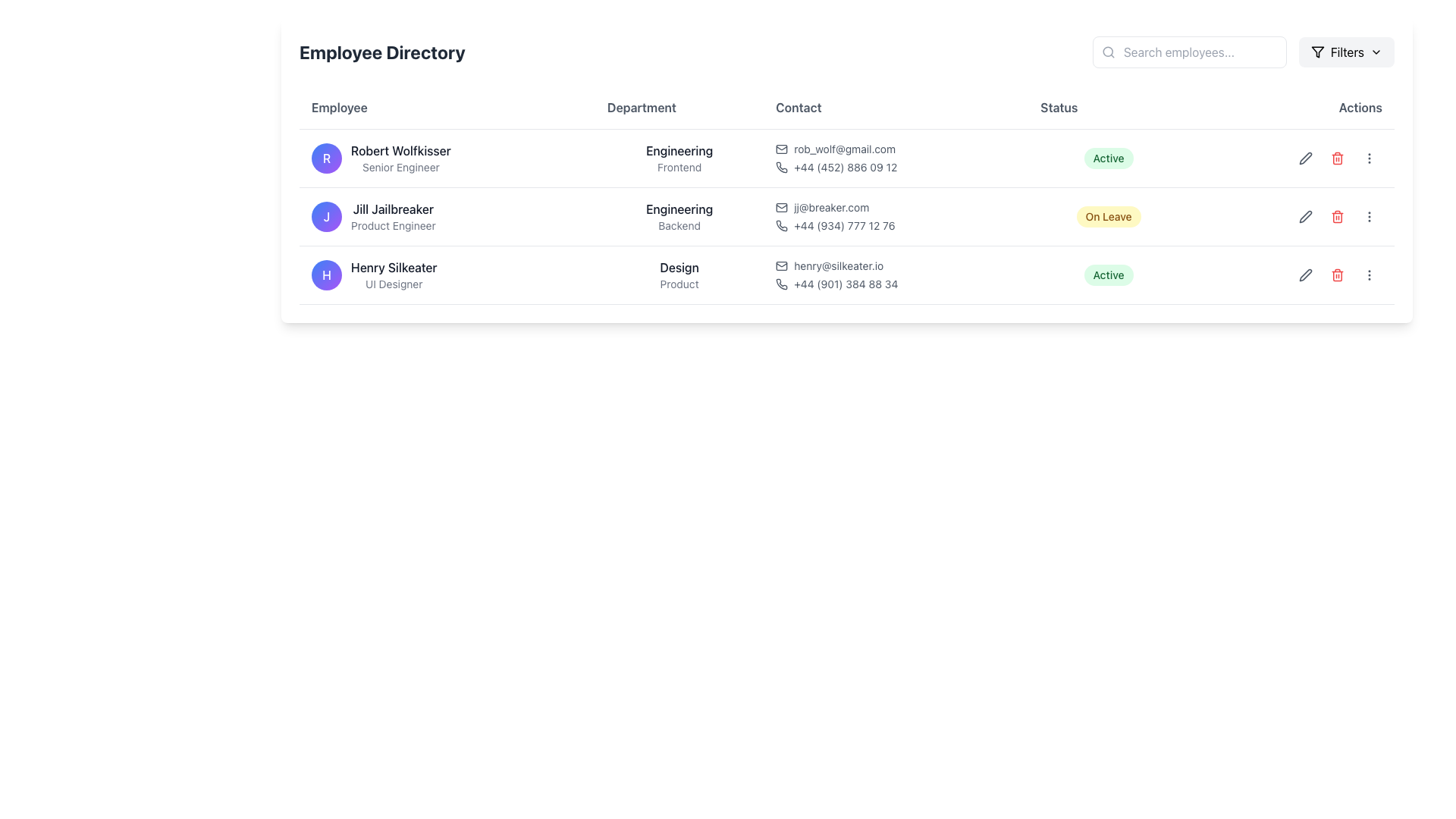 This screenshot has height=819, width=1456. What do you see at coordinates (1291, 216) in the screenshot?
I see `the small circular dot icon located to the right of the 'On Leave' status in the second row of the table` at bounding box center [1291, 216].